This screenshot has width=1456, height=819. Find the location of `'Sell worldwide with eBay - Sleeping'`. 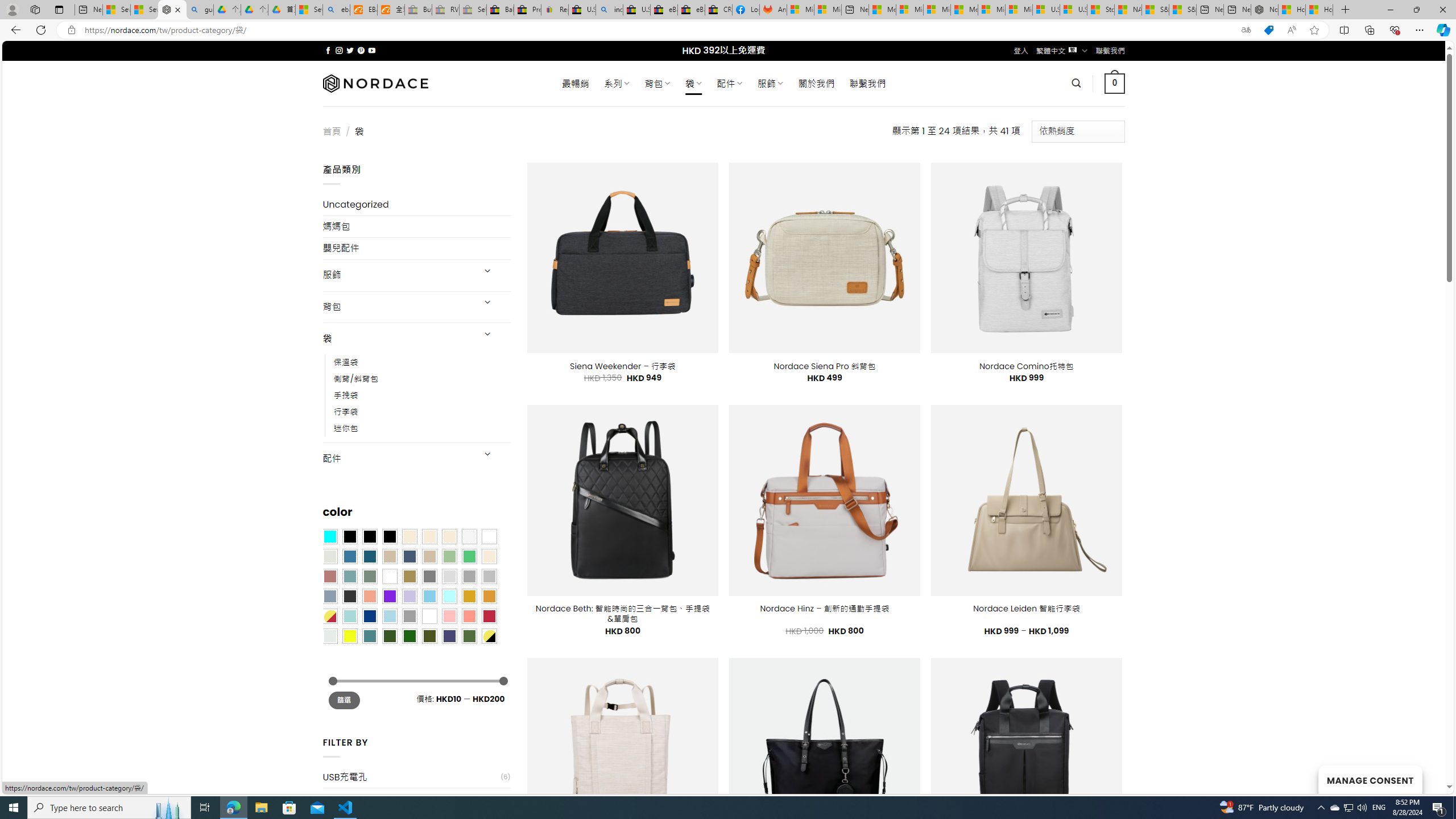

'Sell worldwide with eBay - Sleeping' is located at coordinates (473, 9).